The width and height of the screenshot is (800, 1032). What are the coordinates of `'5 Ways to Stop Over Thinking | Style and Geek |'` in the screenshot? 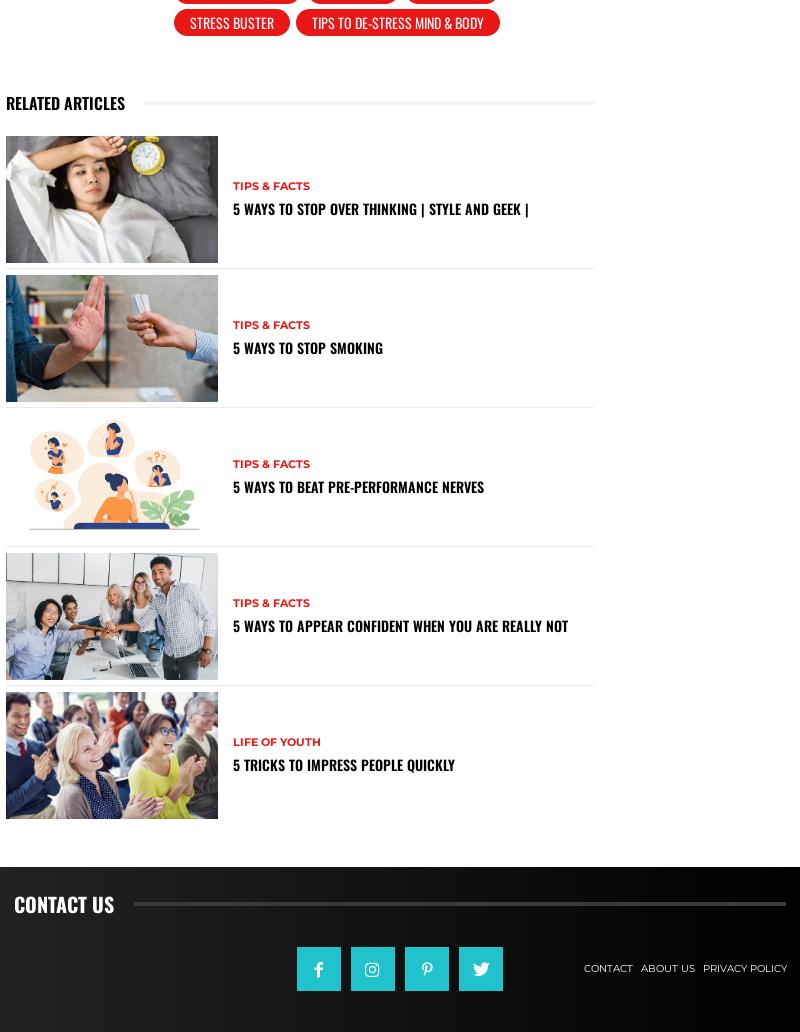 It's located at (231, 207).